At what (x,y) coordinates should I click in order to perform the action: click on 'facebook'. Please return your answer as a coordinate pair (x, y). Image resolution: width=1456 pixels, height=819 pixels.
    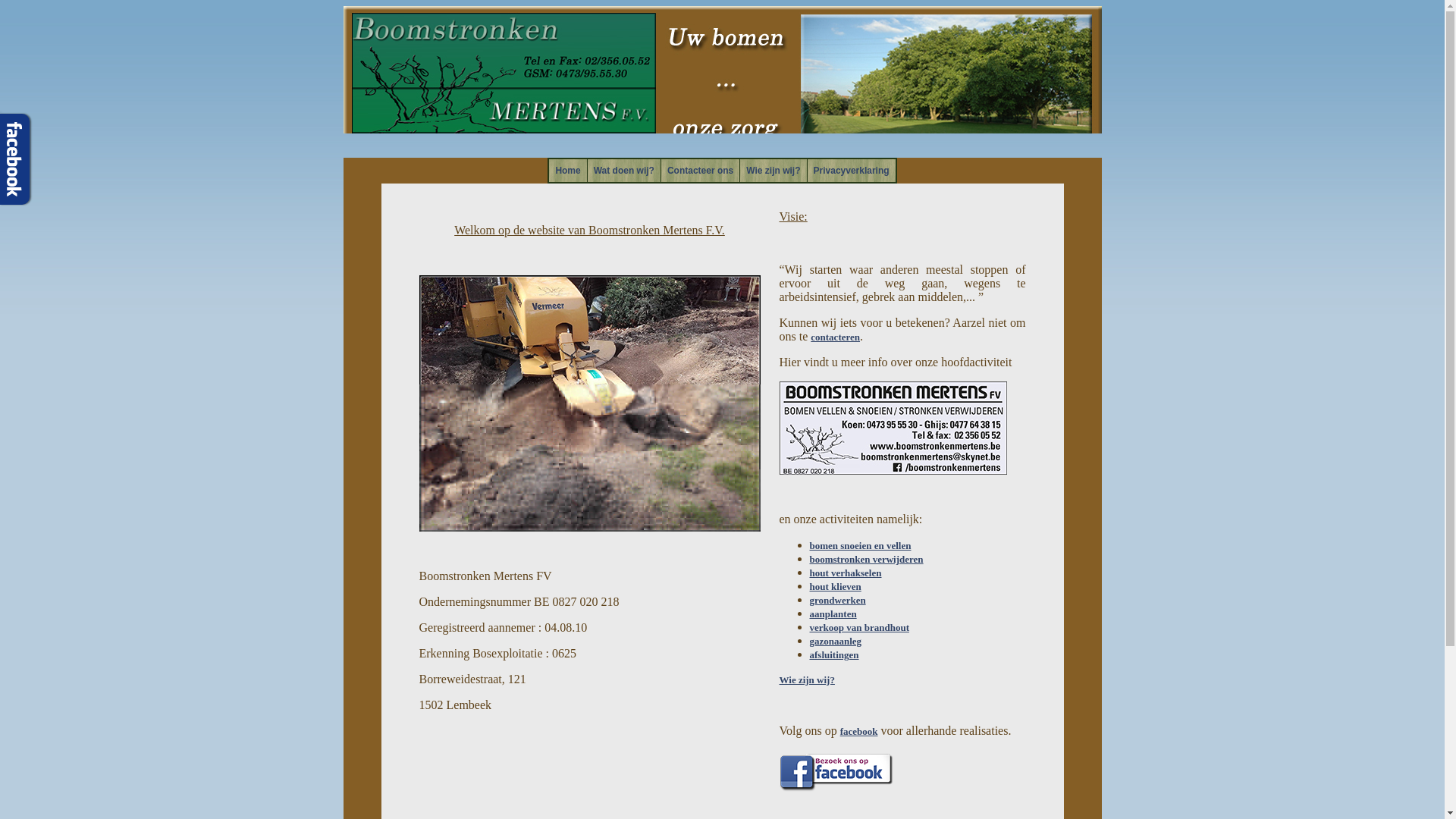
    Looking at the image, I should click on (858, 730).